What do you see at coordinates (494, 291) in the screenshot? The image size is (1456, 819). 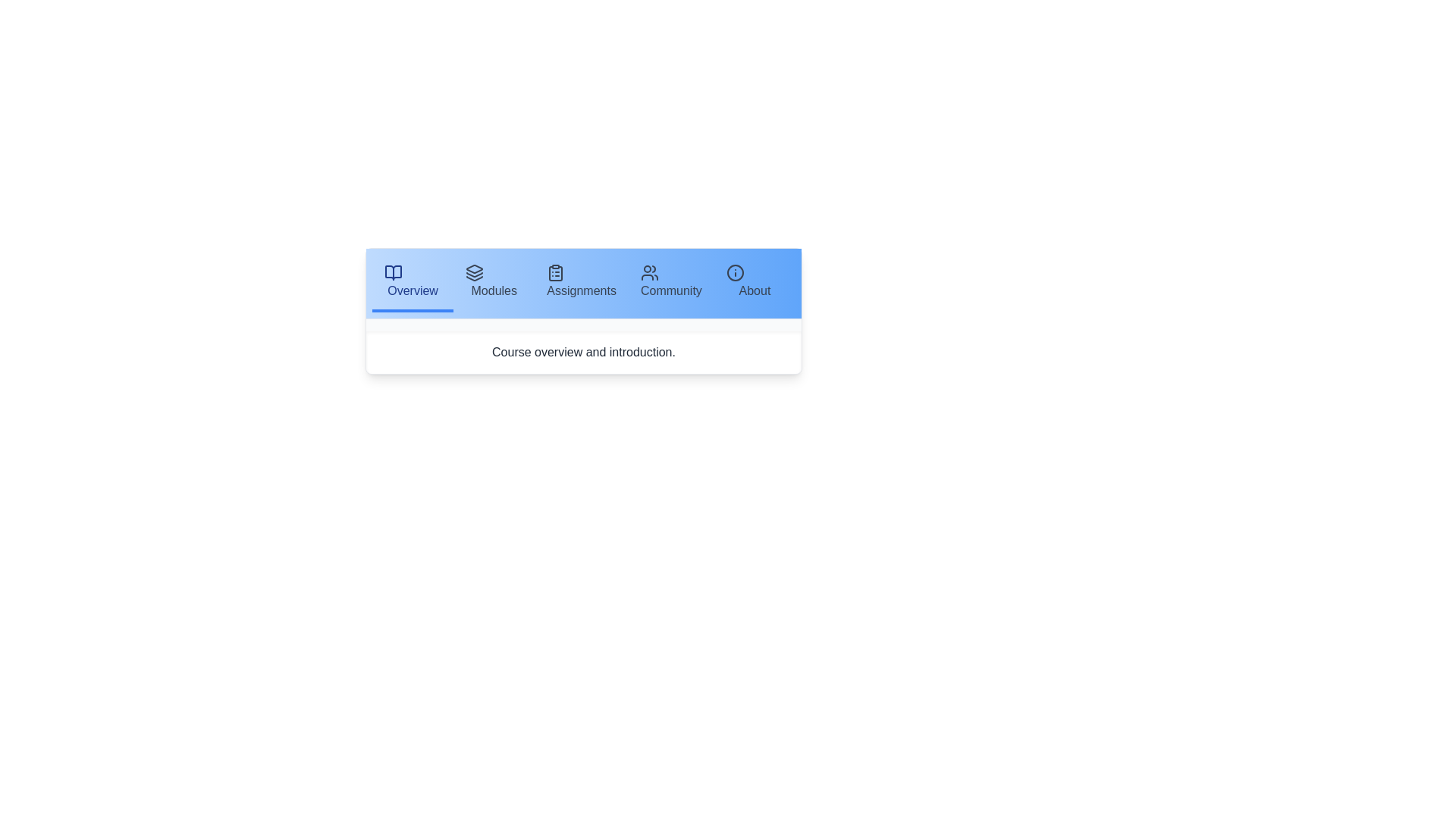 I see `the 'Modules' text label in the navigation tab` at bounding box center [494, 291].